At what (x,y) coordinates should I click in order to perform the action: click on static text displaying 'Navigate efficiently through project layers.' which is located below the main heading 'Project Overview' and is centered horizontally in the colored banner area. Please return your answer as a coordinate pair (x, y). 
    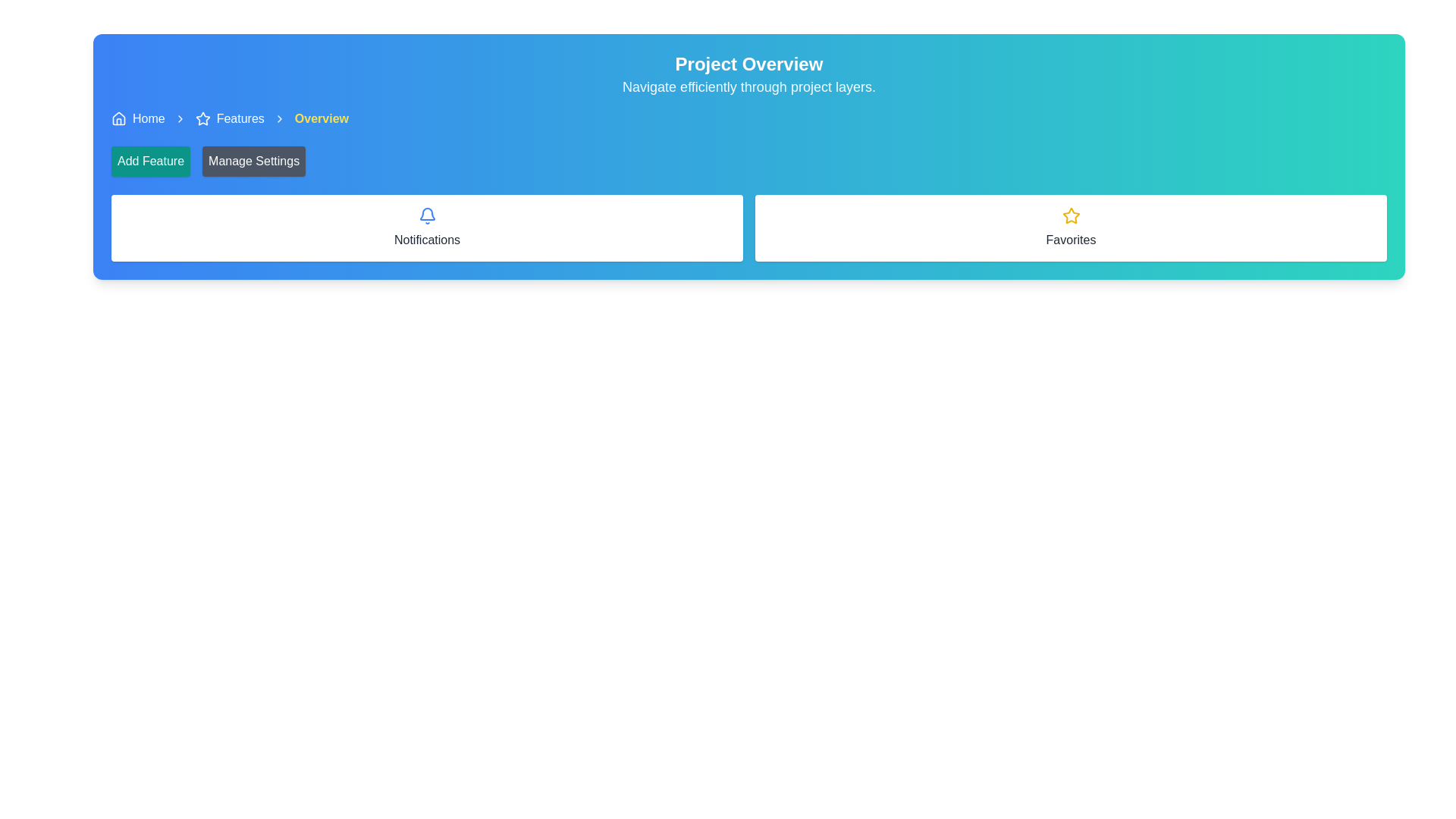
    Looking at the image, I should click on (749, 87).